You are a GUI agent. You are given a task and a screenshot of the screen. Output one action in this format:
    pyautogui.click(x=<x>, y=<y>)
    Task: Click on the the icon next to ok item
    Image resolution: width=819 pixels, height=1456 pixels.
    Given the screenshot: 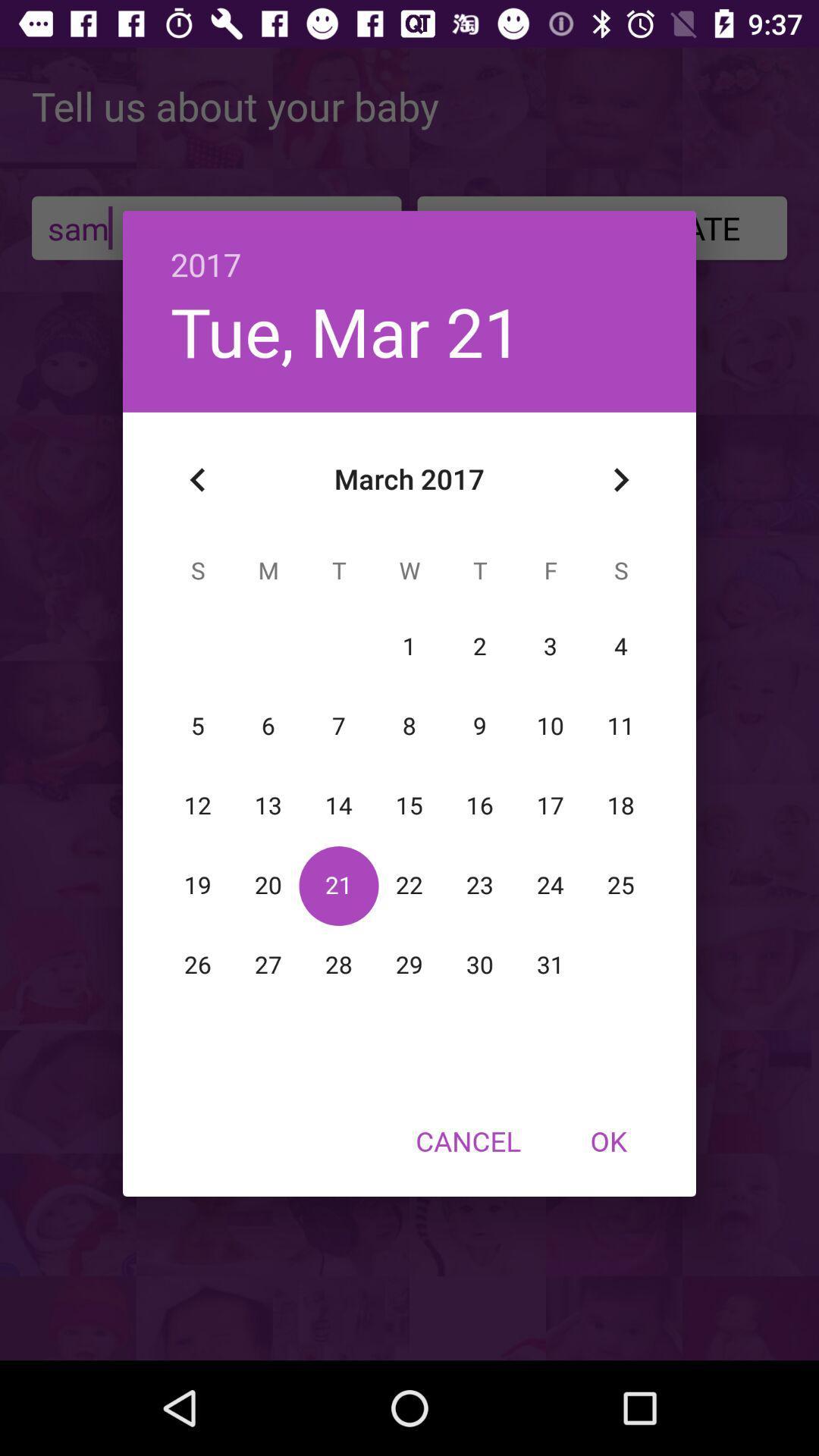 What is the action you would take?
    pyautogui.click(x=467, y=1141)
    